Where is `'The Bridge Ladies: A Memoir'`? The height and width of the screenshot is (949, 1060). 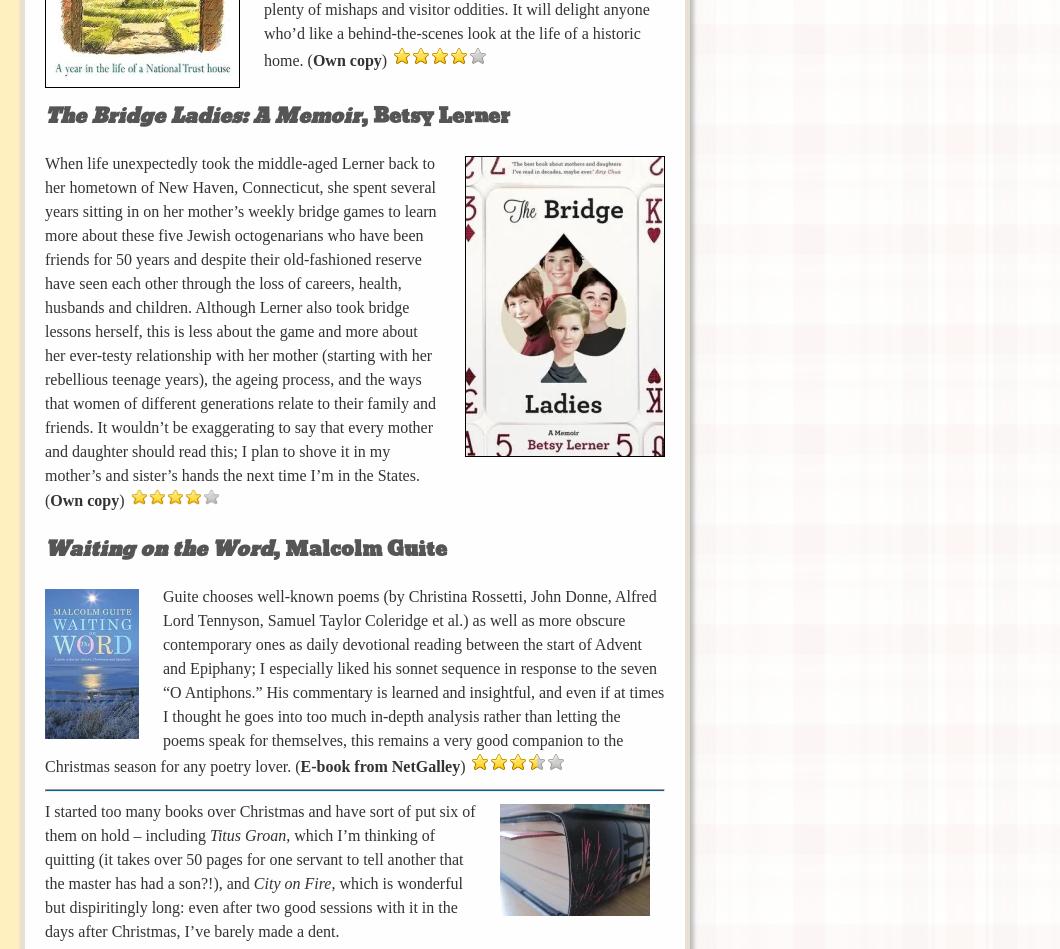
'The Bridge Ladies: A Memoir' is located at coordinates (201, 115).